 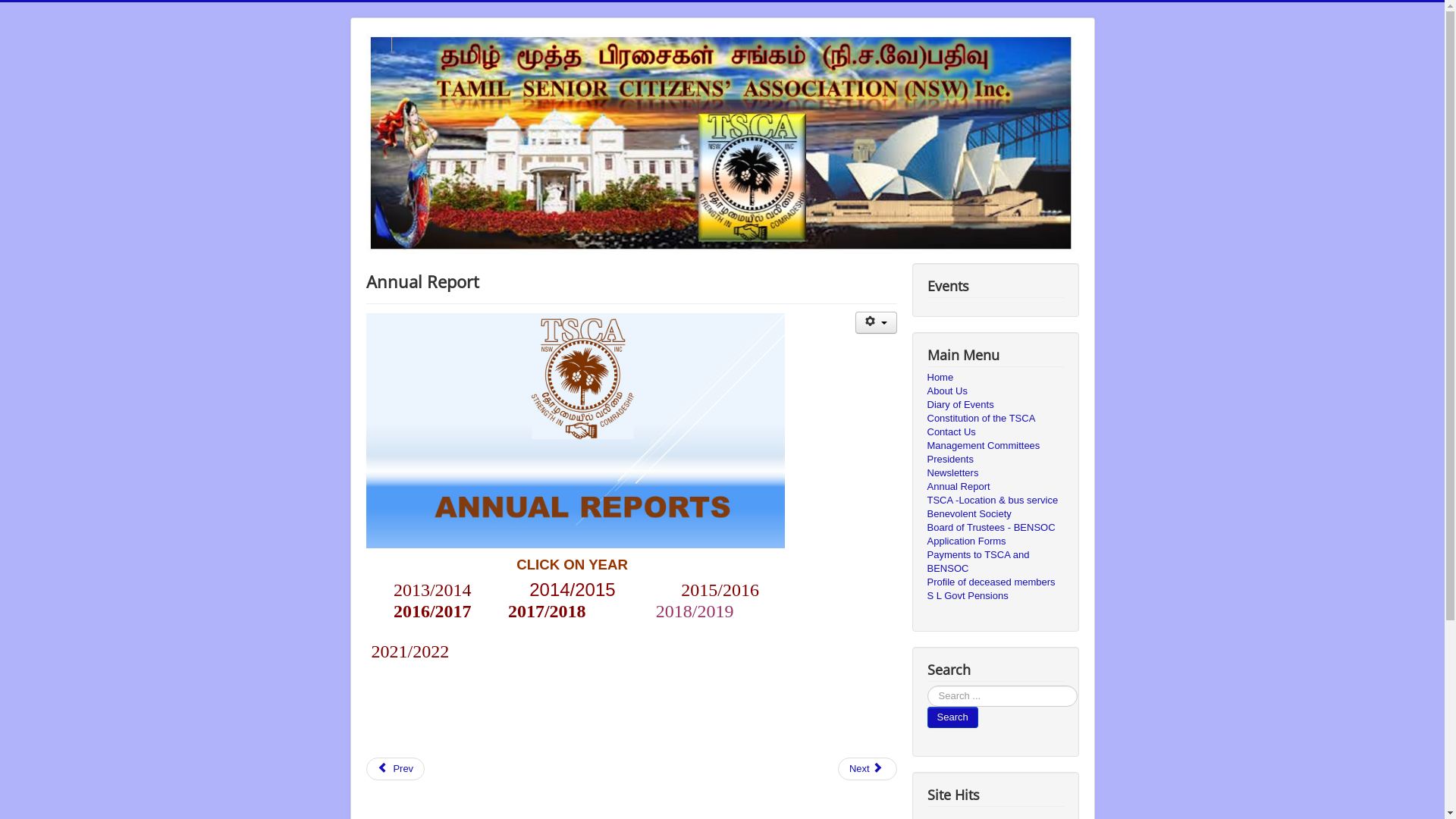 I want to click on 'Search', so click(x=926, y=717).